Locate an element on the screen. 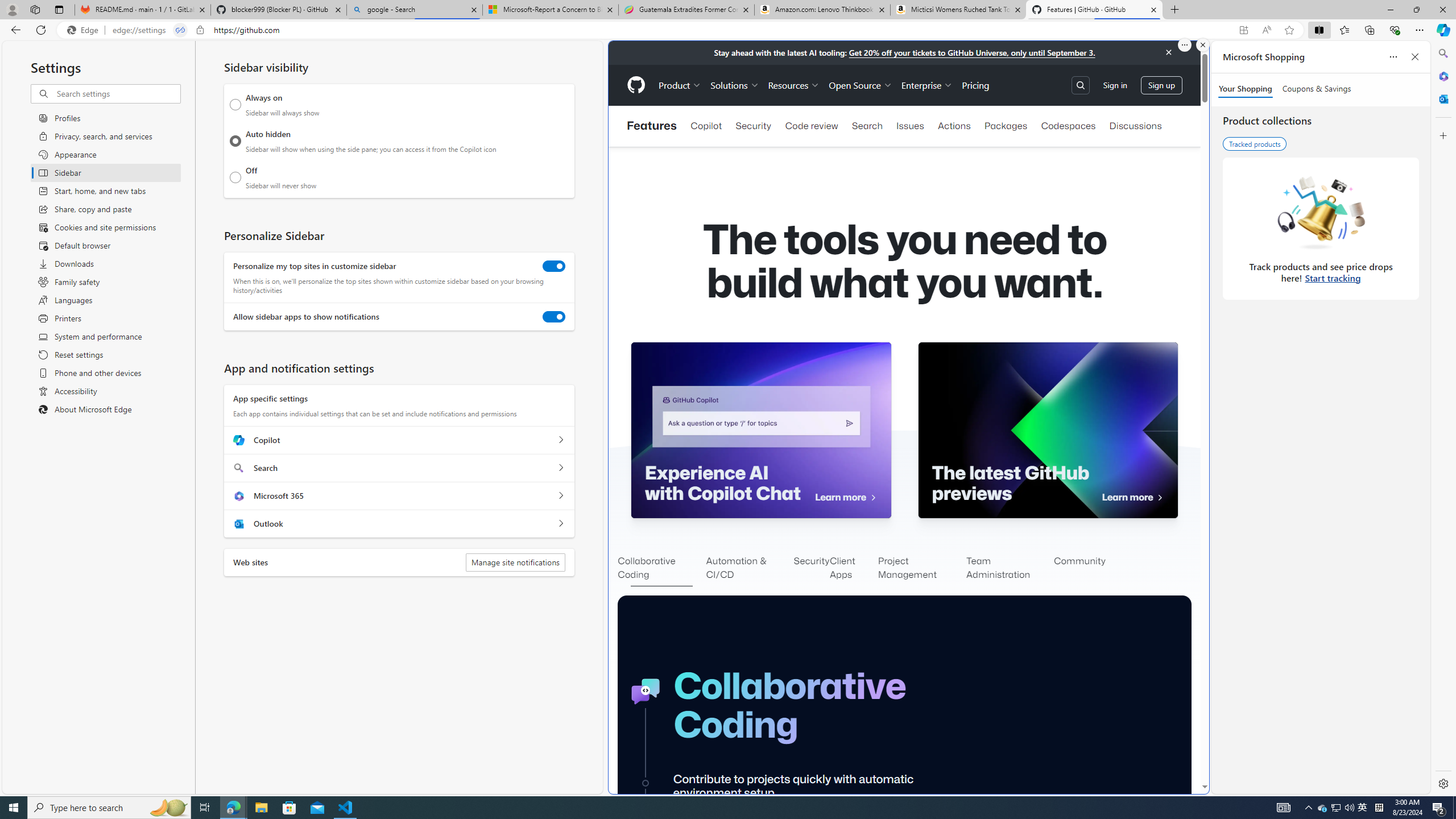 The height and width of the screenshot is (819, 1456). 'Enterprise' is located at coordinates (927, 85).